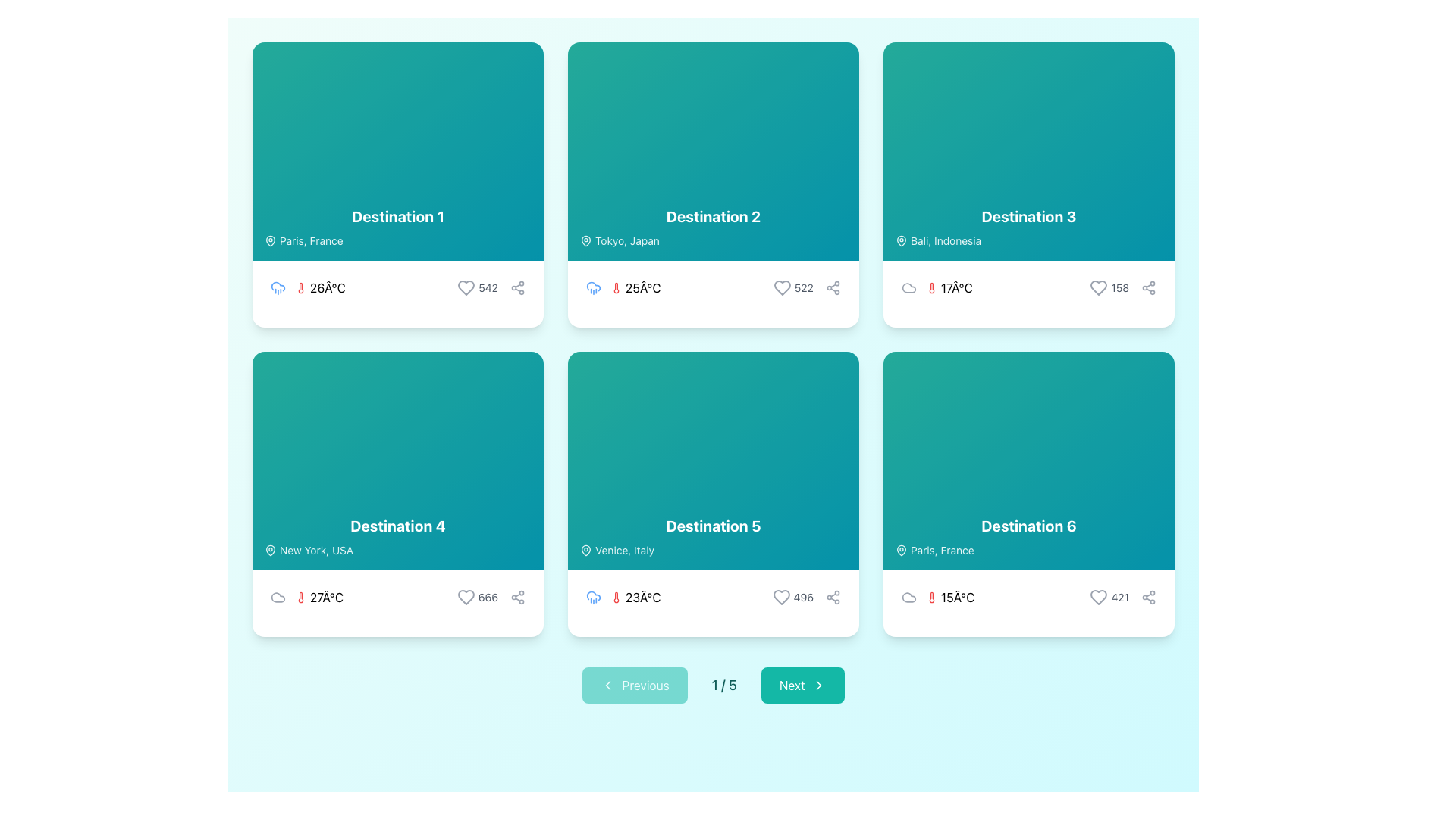 The height and width of the screenshot is (819, 1456). Describe the element at coordinates (270, 550) in the screenshot. I see `the pin icon located to the left of the text 'New York, USA' in the 'Destination 4' card, which represents a geographic location` at that location.